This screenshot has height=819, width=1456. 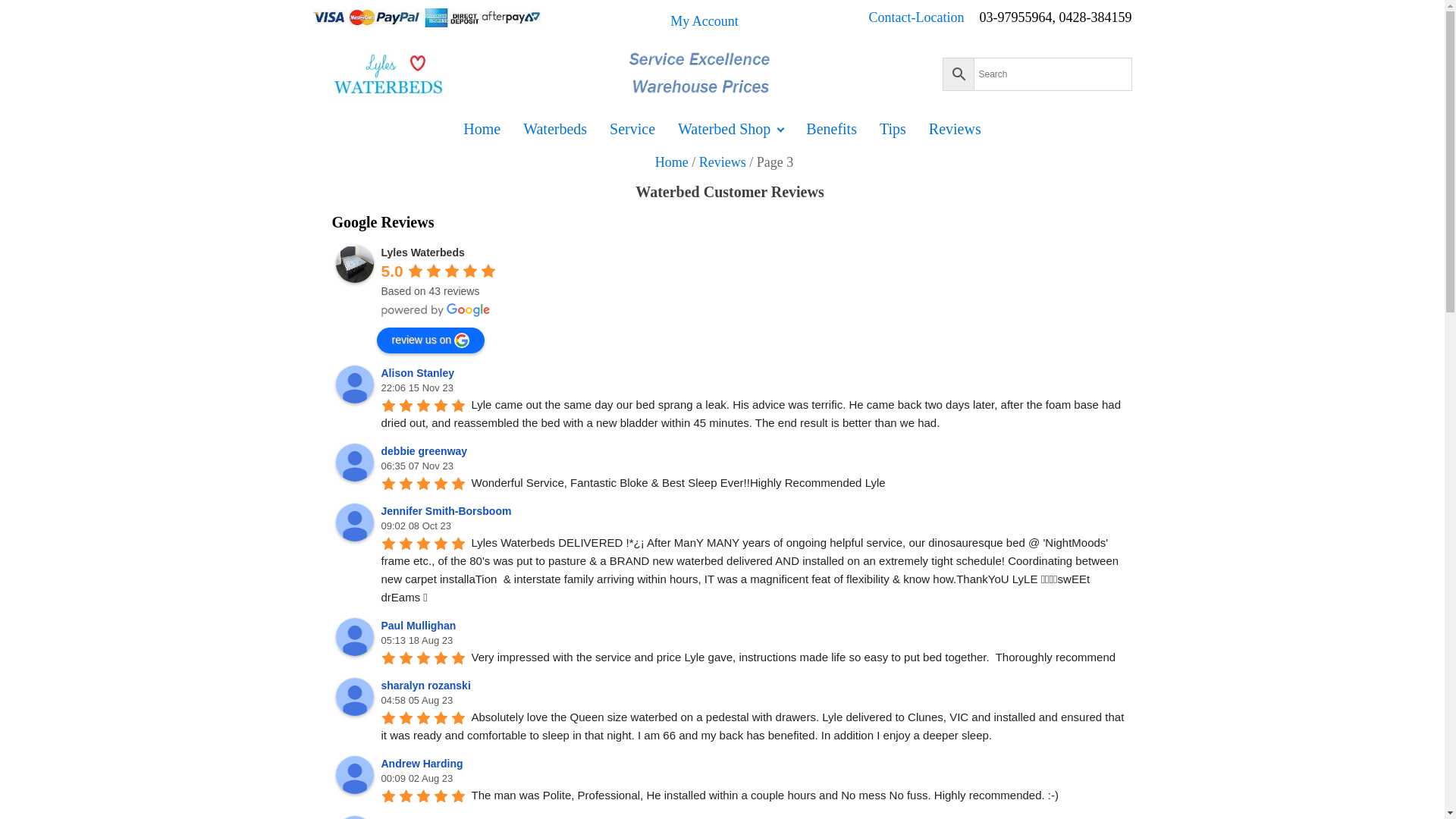 What do you see at coordinates (979, 21) in the screenshot?
I see `'03-97955964, 0428-384159'` at bounding box center [979, 21].